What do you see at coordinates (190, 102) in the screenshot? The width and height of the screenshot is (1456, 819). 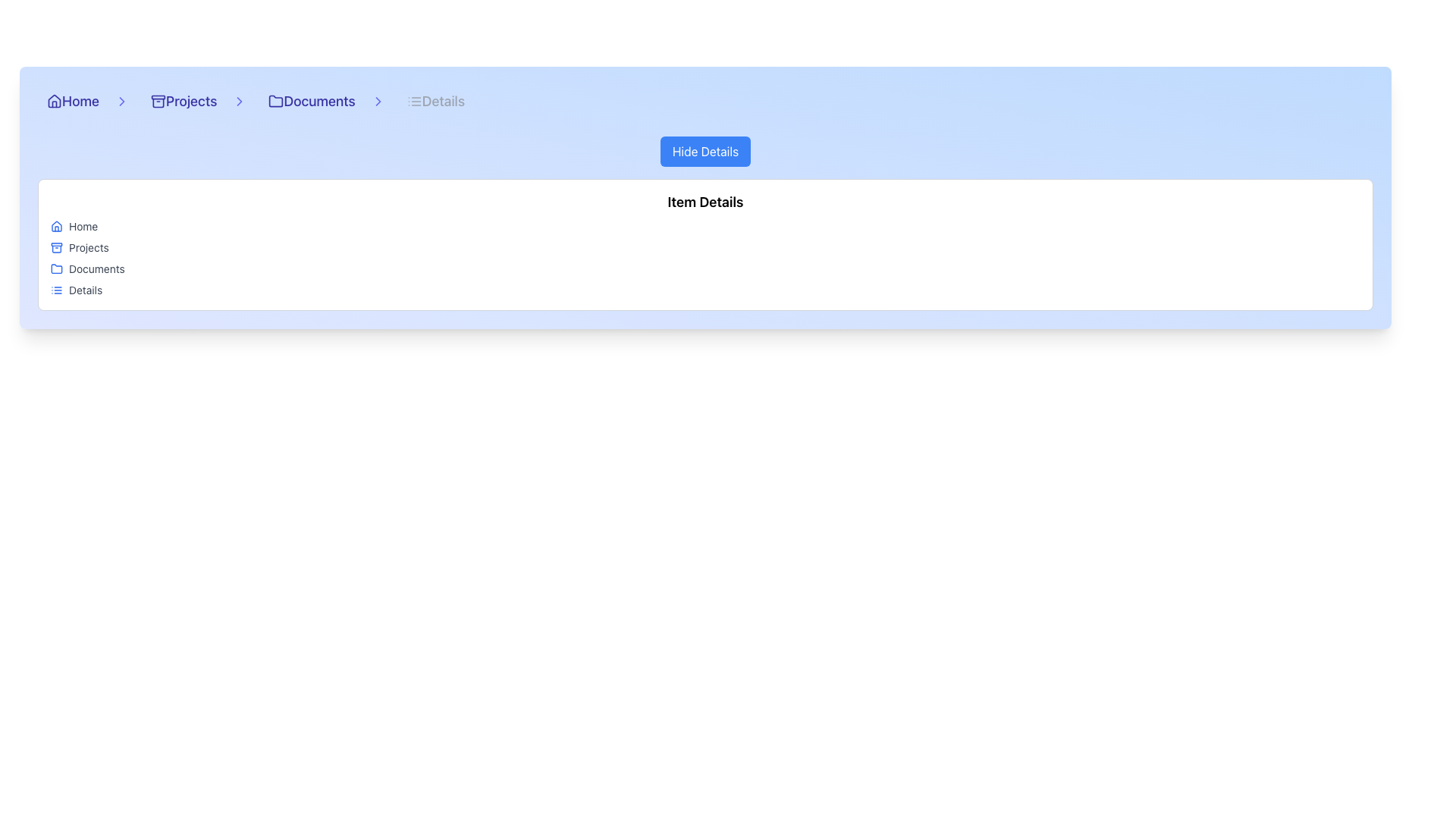 I see `the 'Projects' text label in the breadcrumb navigation` at bounding box center [190, 102].